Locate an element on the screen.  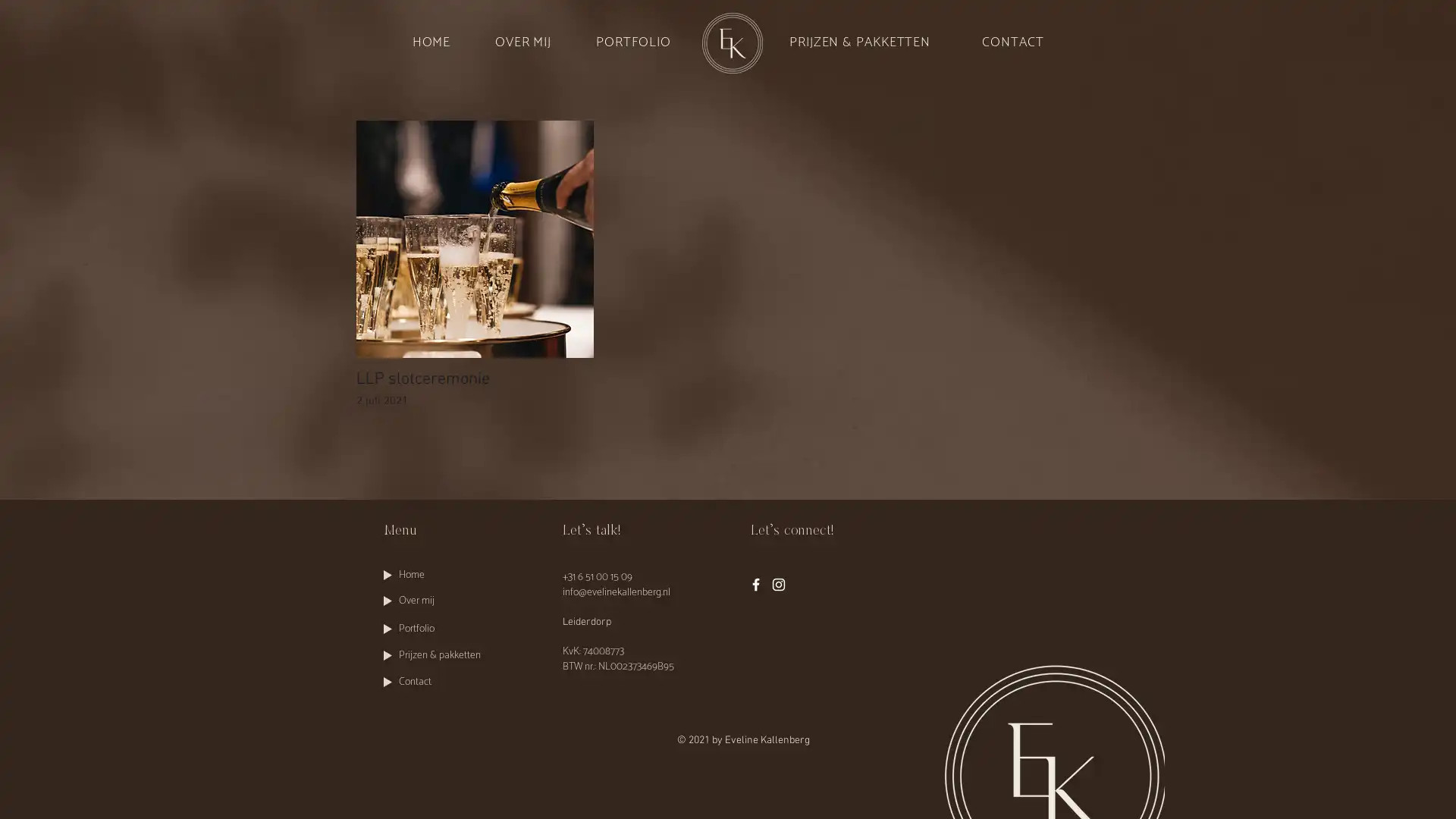
LLP slotceremonie LLP slotceremonie 2 juli 2021 is located at coordinates (474, 293).